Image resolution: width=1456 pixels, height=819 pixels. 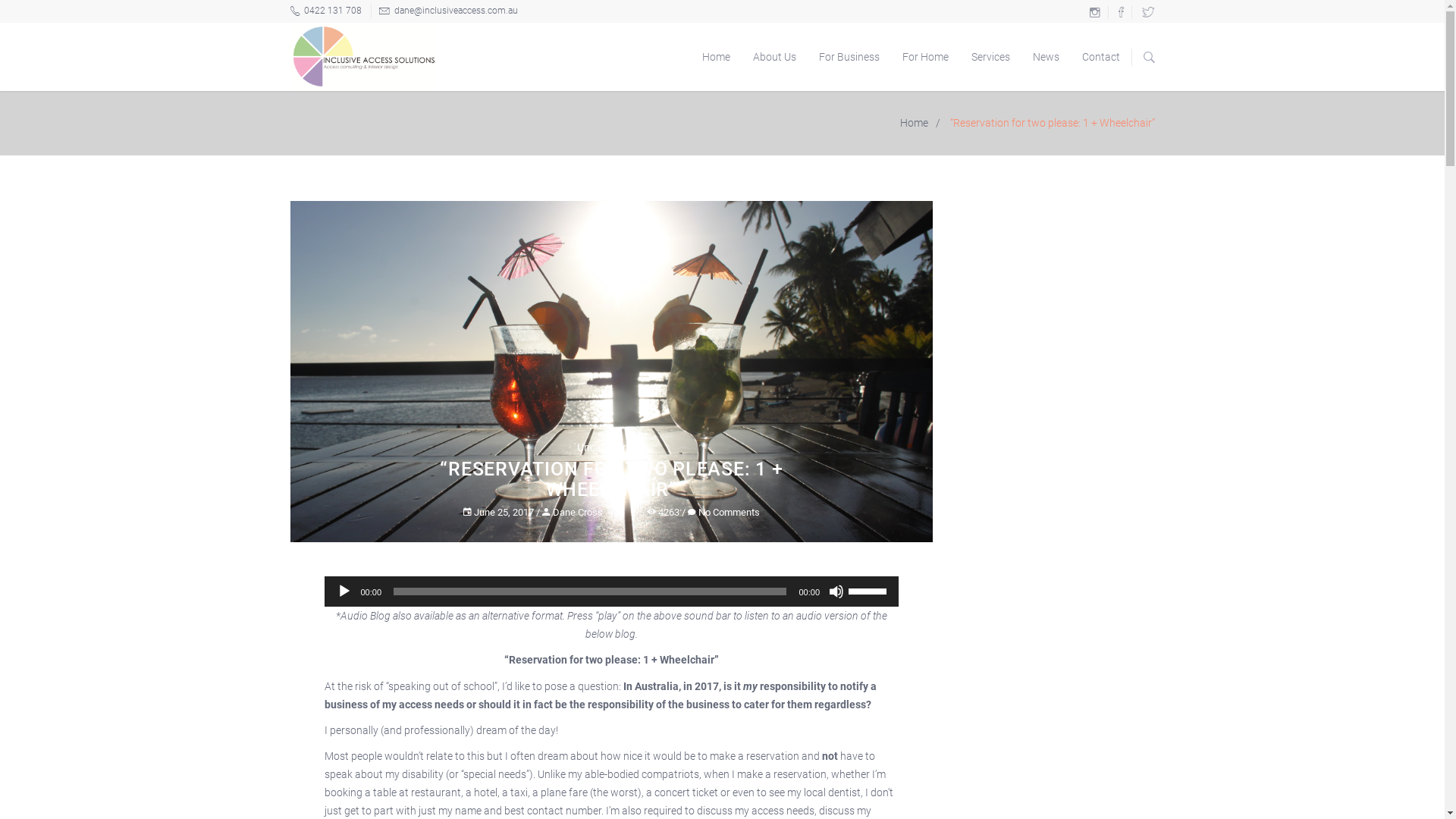 I want to click on 'Dane Cross', so click(x=571, y=512).